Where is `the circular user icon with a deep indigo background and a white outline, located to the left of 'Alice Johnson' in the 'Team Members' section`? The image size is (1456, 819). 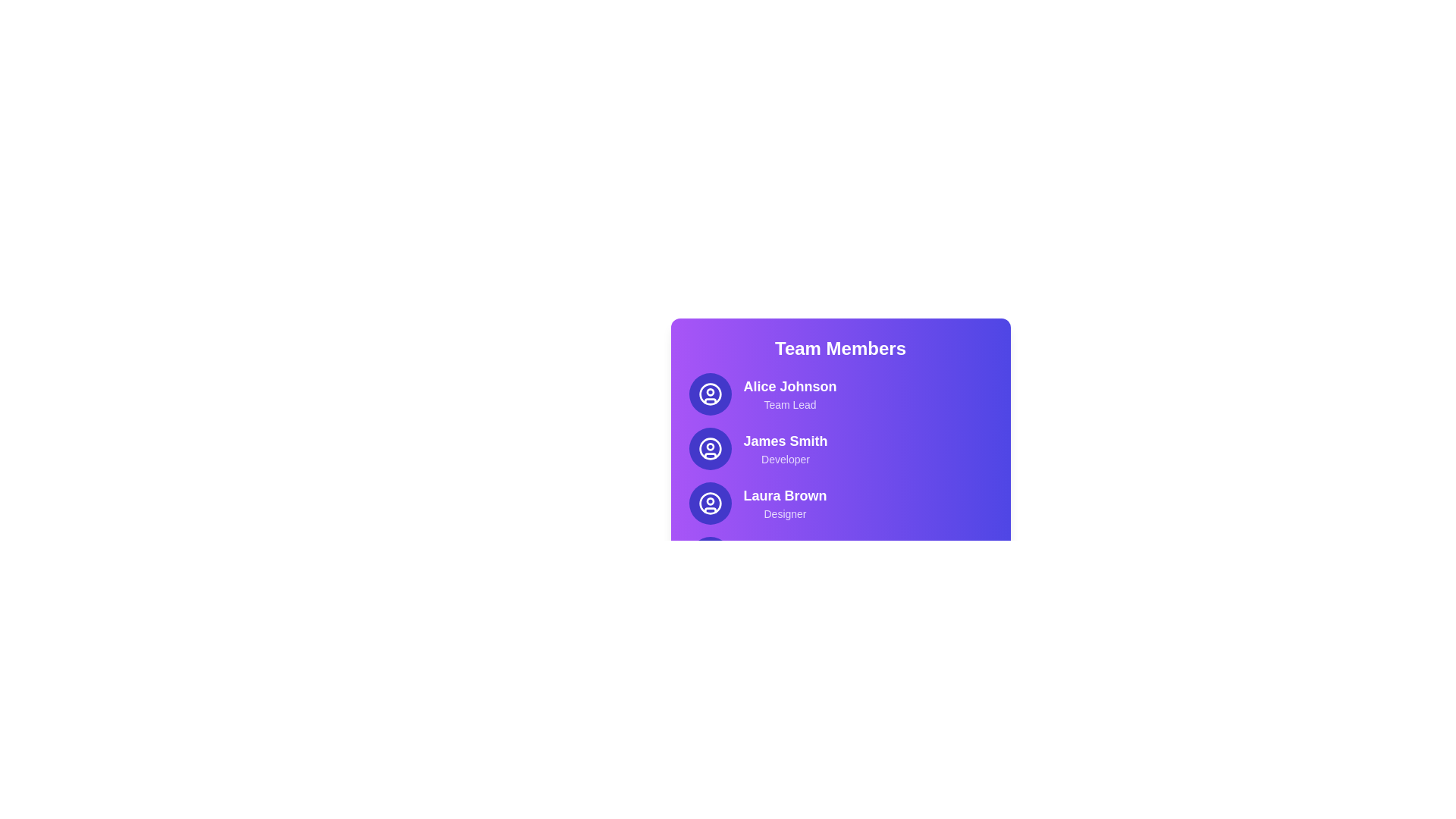 the circular user icon with a deep indigo background and a white outline, located to the left of 'Alice Johnson' in the 'Team Members' section is located at coordinates (709, 394).